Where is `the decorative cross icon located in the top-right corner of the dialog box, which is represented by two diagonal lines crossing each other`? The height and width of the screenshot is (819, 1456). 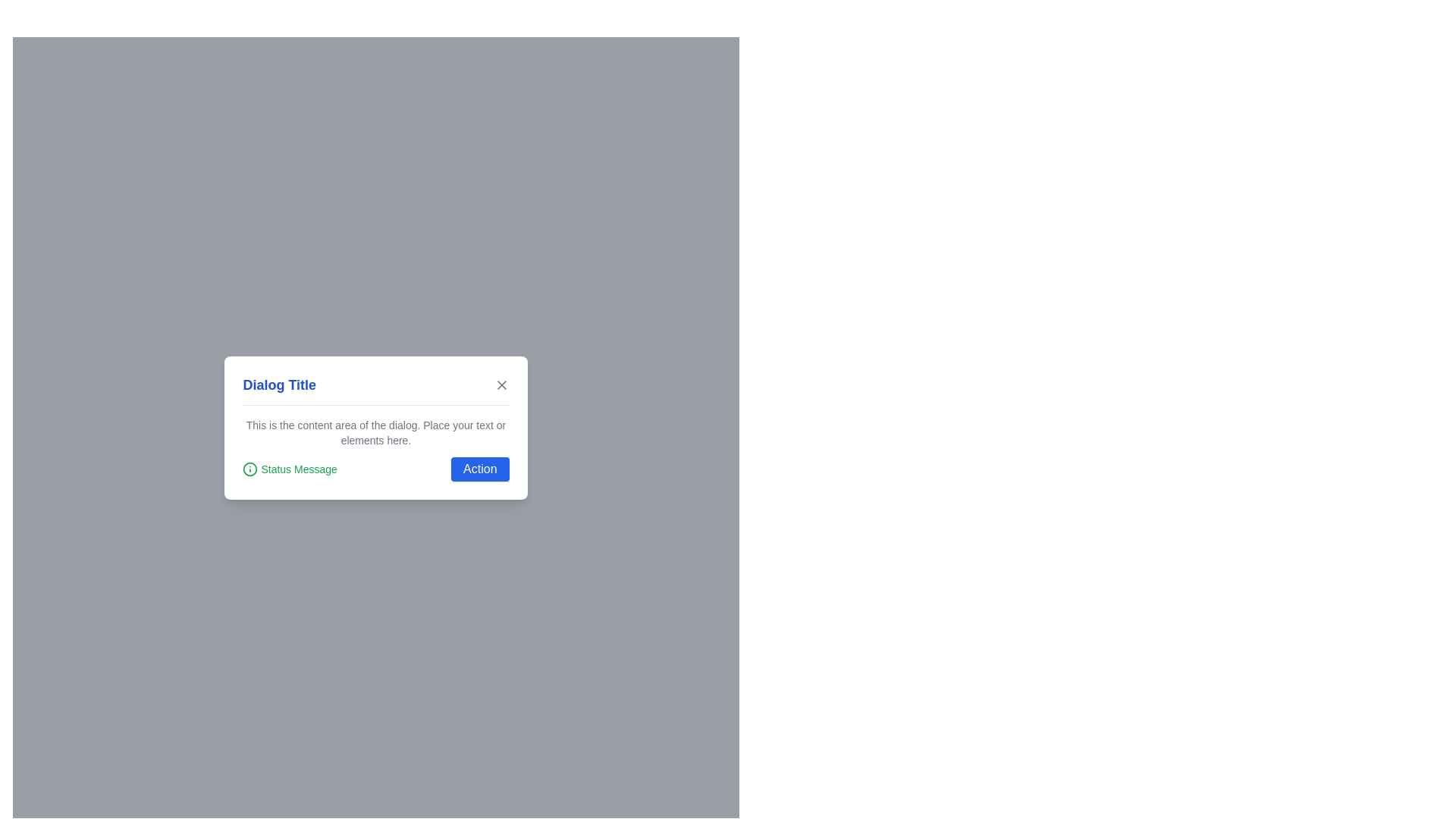 the decorative cross icon located in the top-right corner of the dialog box, which is represented by two diagonal lines crossing each other is located at coordinates (501, 384).